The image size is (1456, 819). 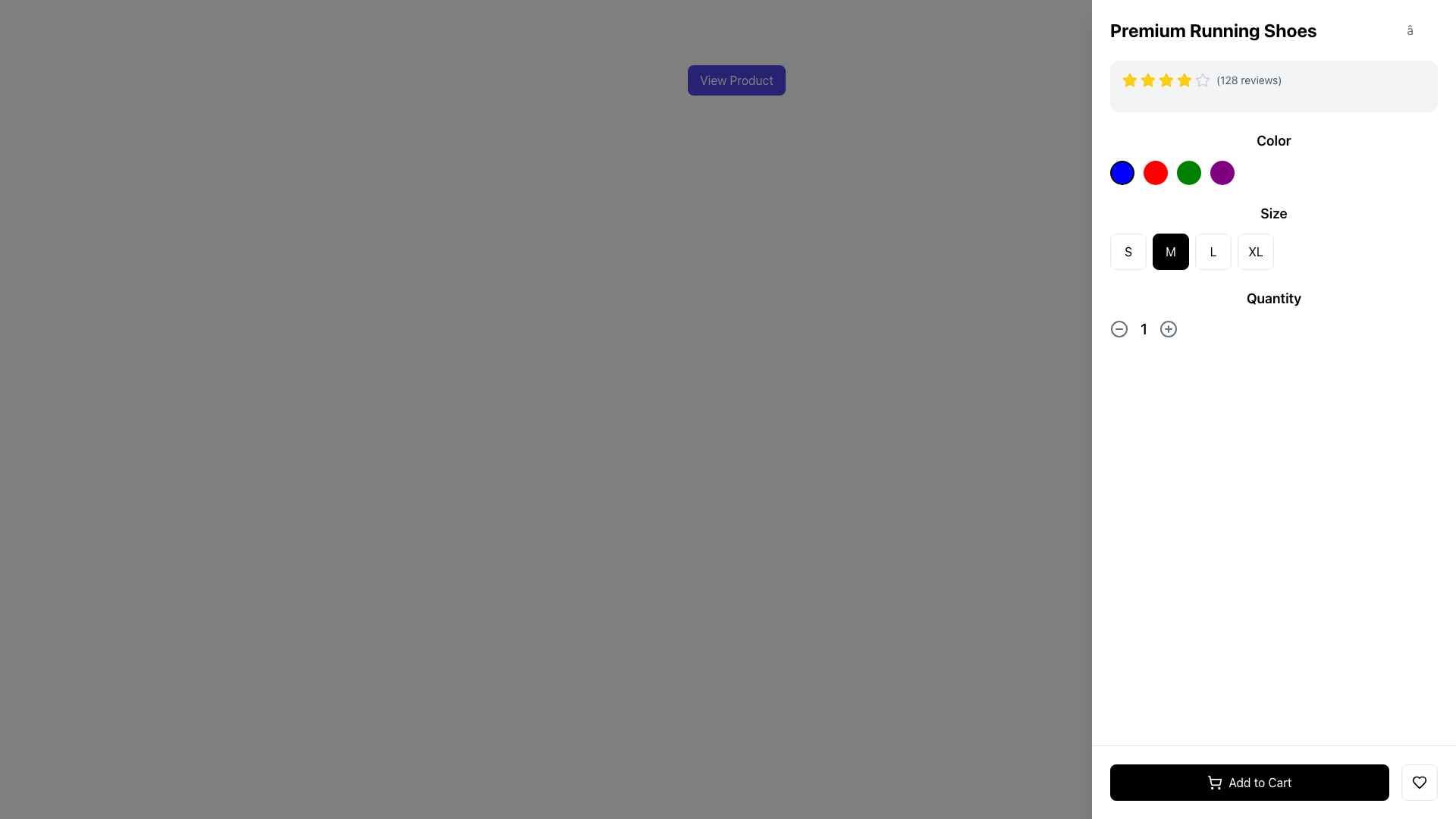 I want to click on the square button with a white background and a black heart icon, so click(x=1419, y=783).